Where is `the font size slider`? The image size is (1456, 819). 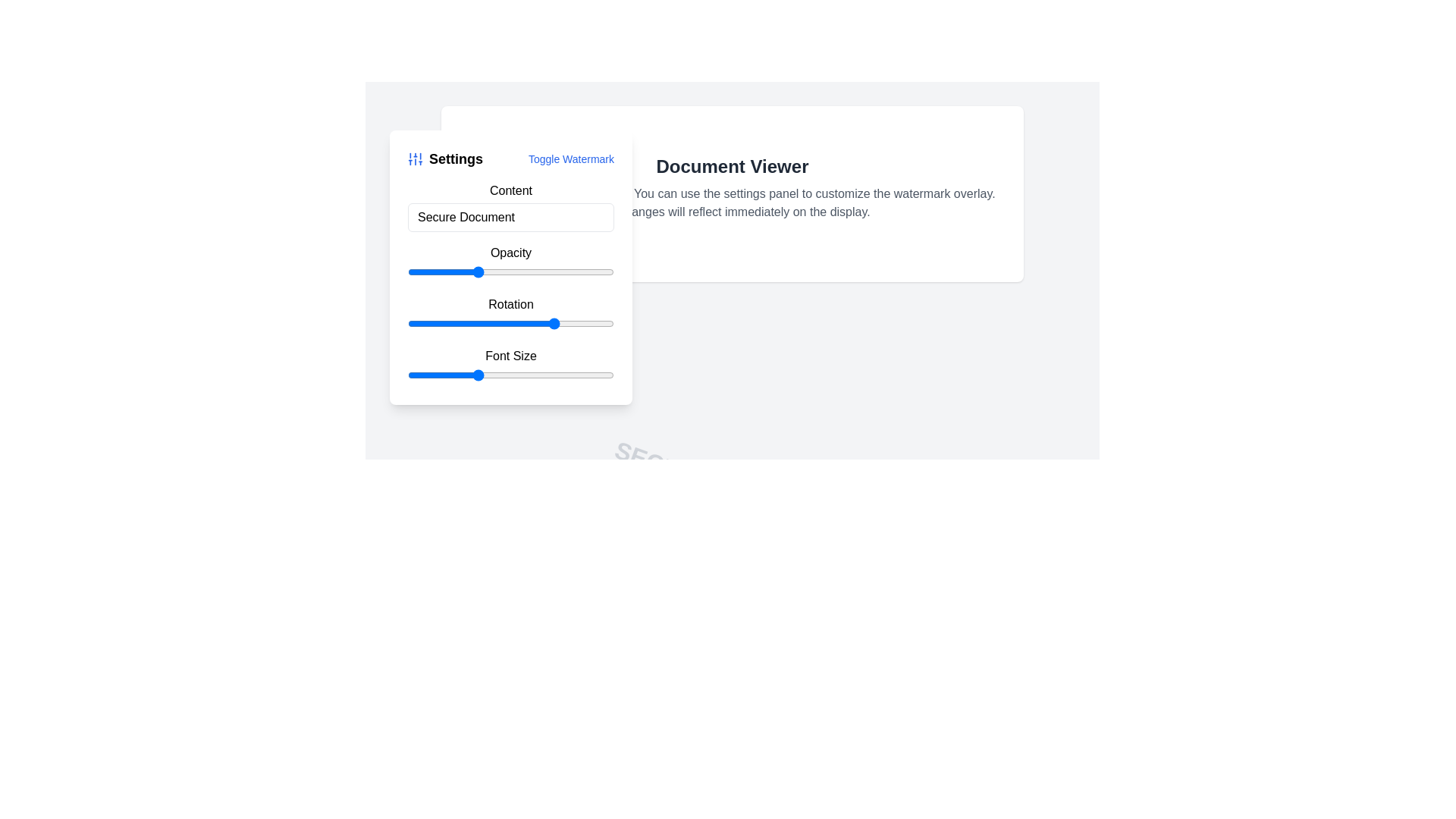
the font size slider is located at coordinates (574, 375).